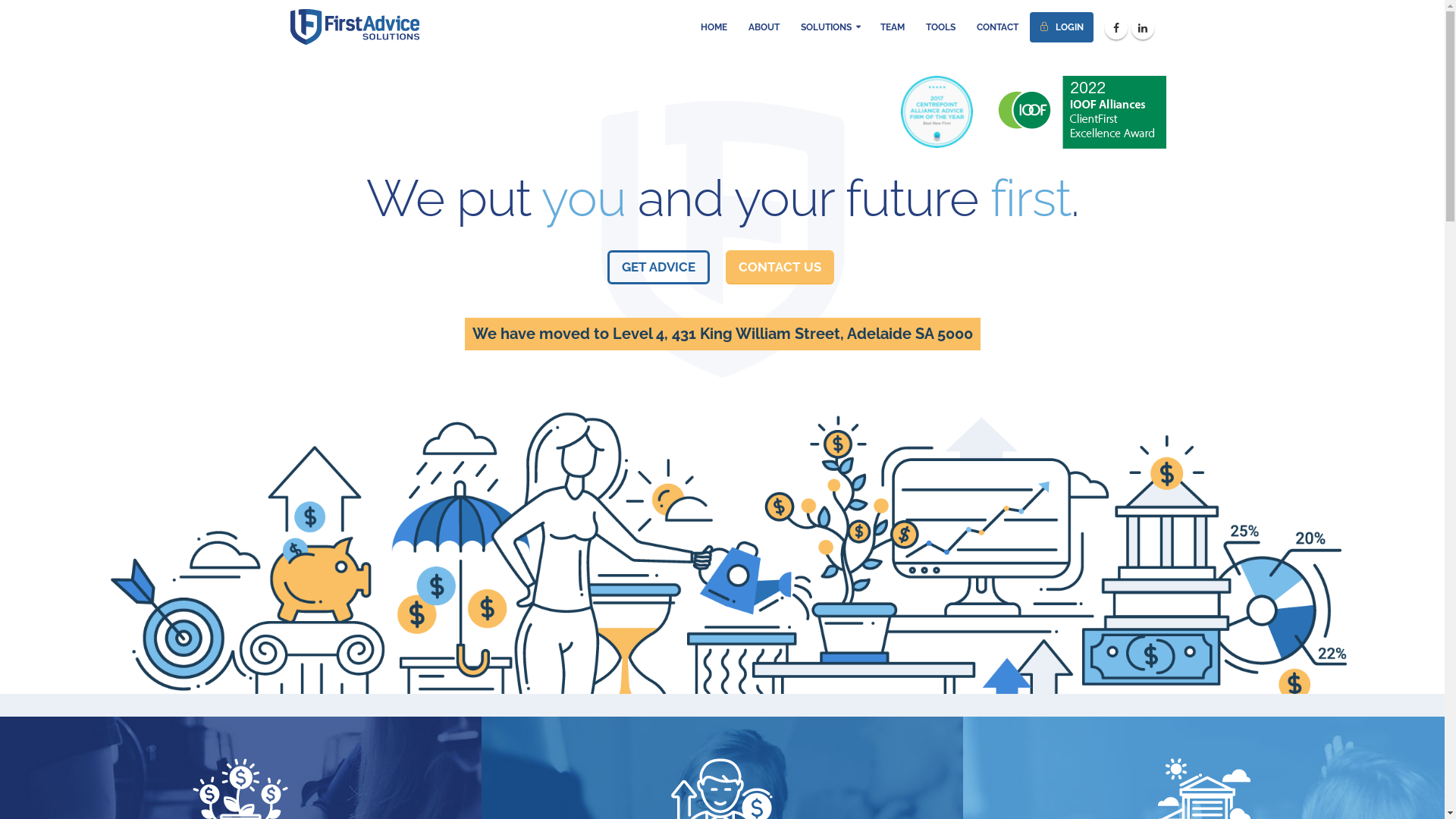  I want to click on 'SOLUTIONS', so click(828, 27).